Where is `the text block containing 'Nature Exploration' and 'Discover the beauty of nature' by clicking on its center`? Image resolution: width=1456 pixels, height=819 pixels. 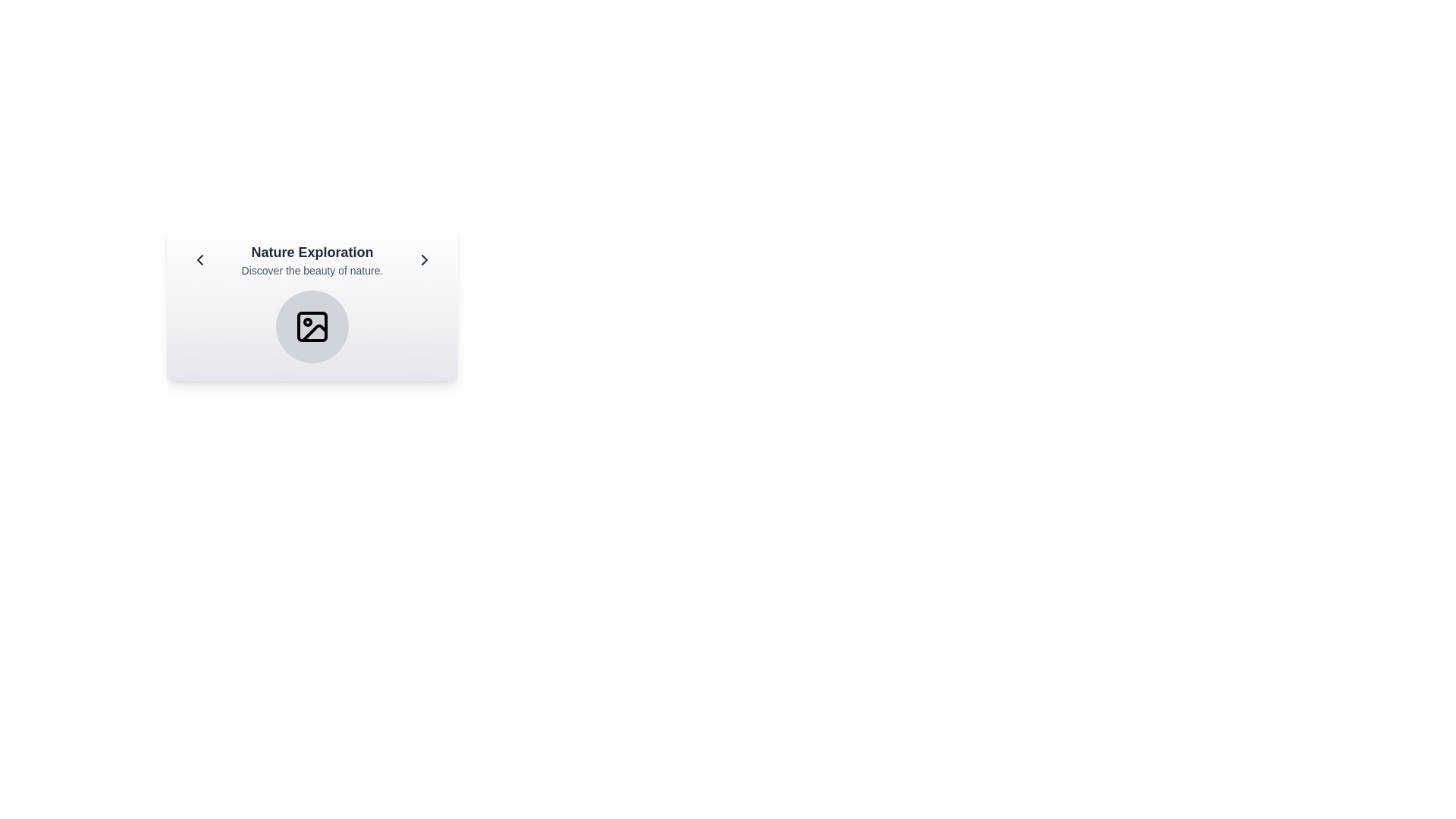
the text block containing 'Nature Exploration' and 'Discover the beauty of nature' by clicking on its center is located at coordinates (312, 259).